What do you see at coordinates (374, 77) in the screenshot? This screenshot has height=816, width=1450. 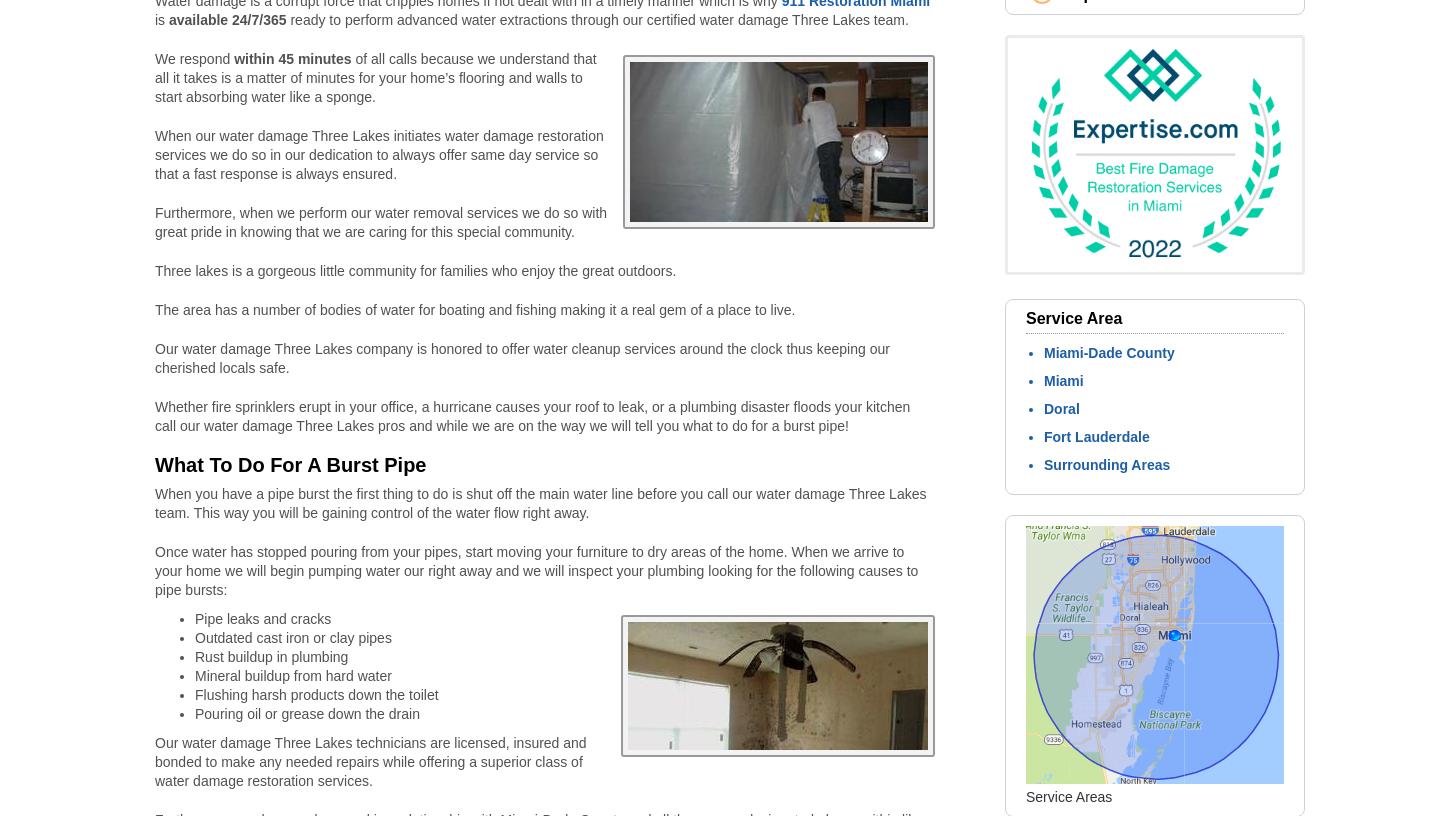 I see `'of all calls because we understand that all it takes is a matter of minutes for your home’s flooring and walls to start absorbing water like a sponge.'` at bounding box center [374, 77].